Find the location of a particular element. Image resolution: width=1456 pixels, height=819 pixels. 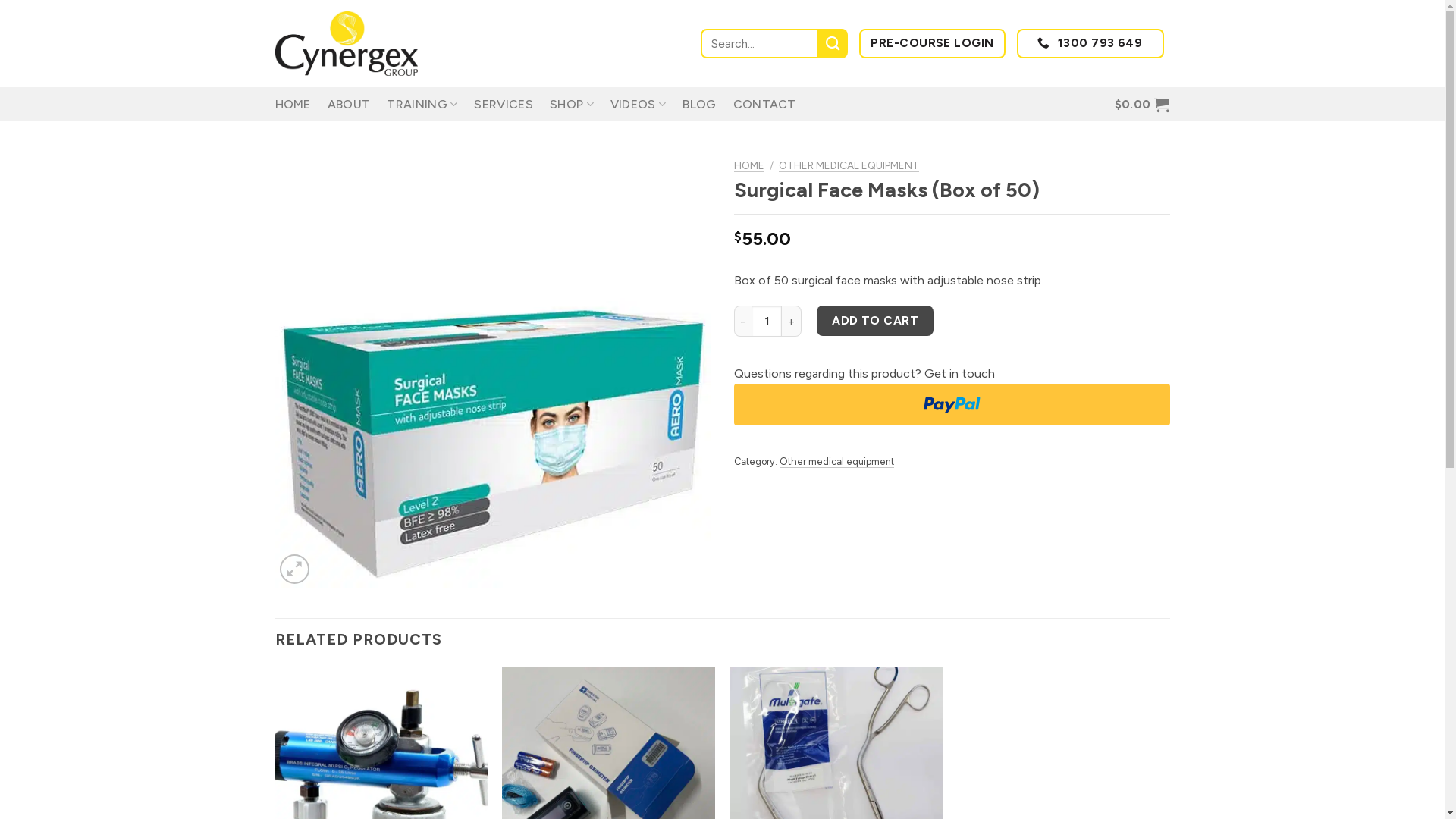

'ADD TO CART' is located at coordinates (874, 319).